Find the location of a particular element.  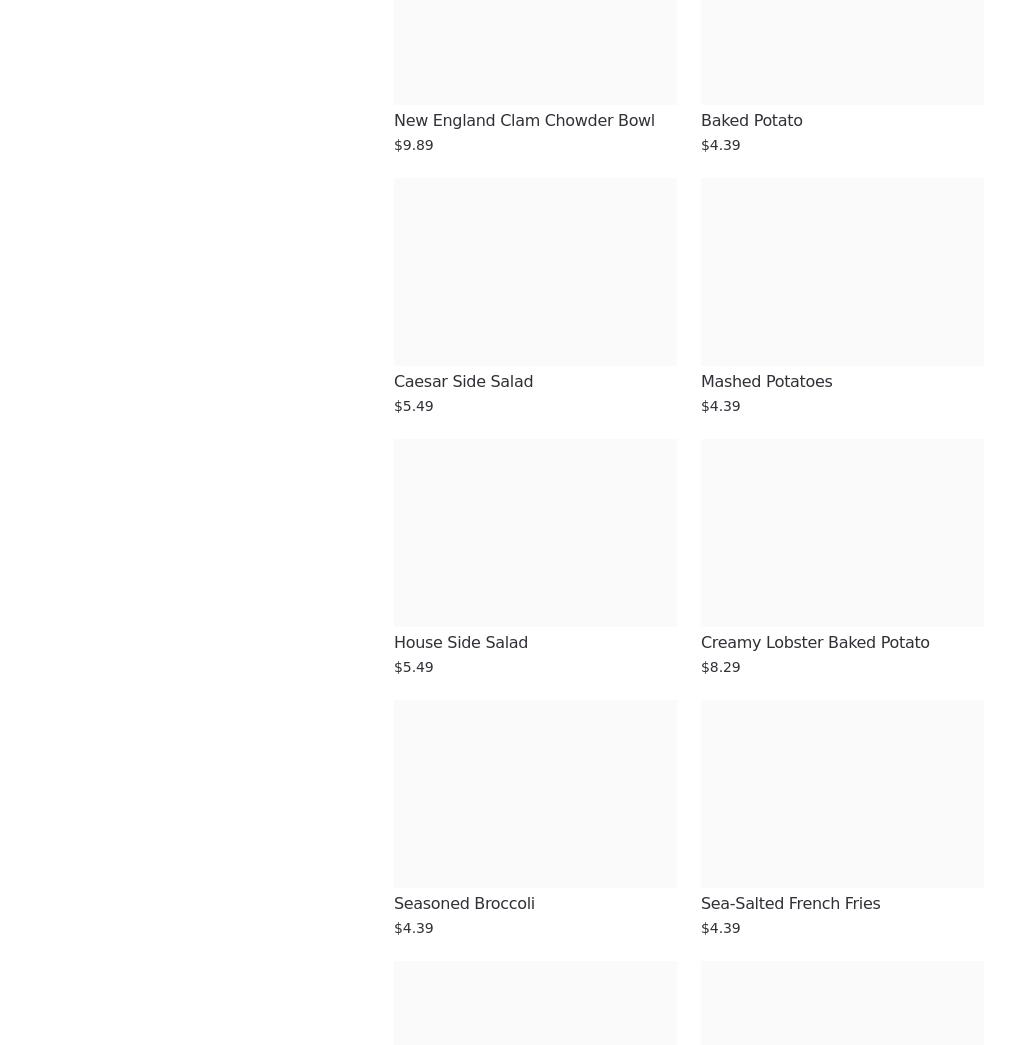

'House Side Salad' is located at coordinates (461, 642).